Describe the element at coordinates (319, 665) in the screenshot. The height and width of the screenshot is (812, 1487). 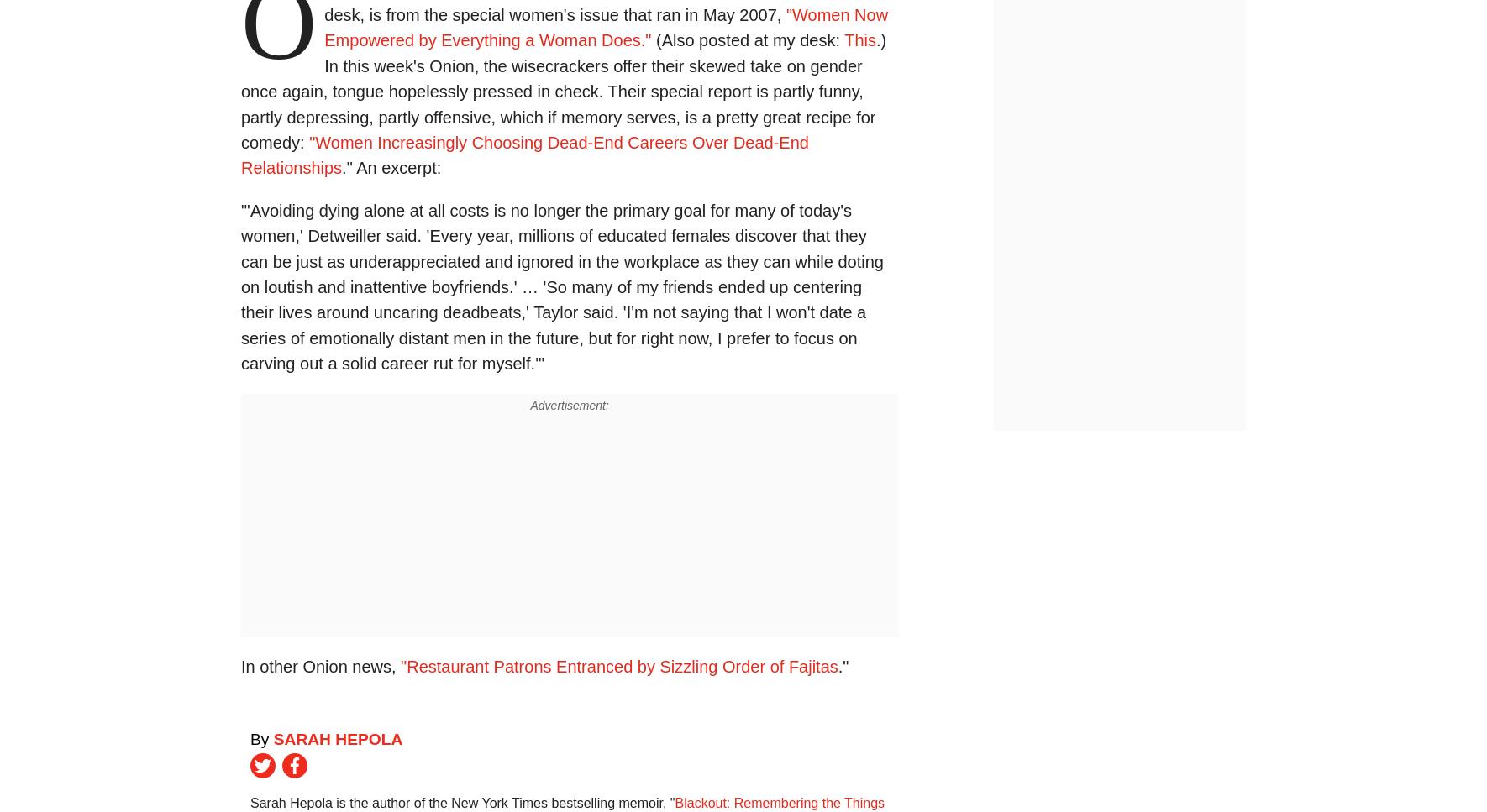
I see `'In other Onion news,'` at that location.